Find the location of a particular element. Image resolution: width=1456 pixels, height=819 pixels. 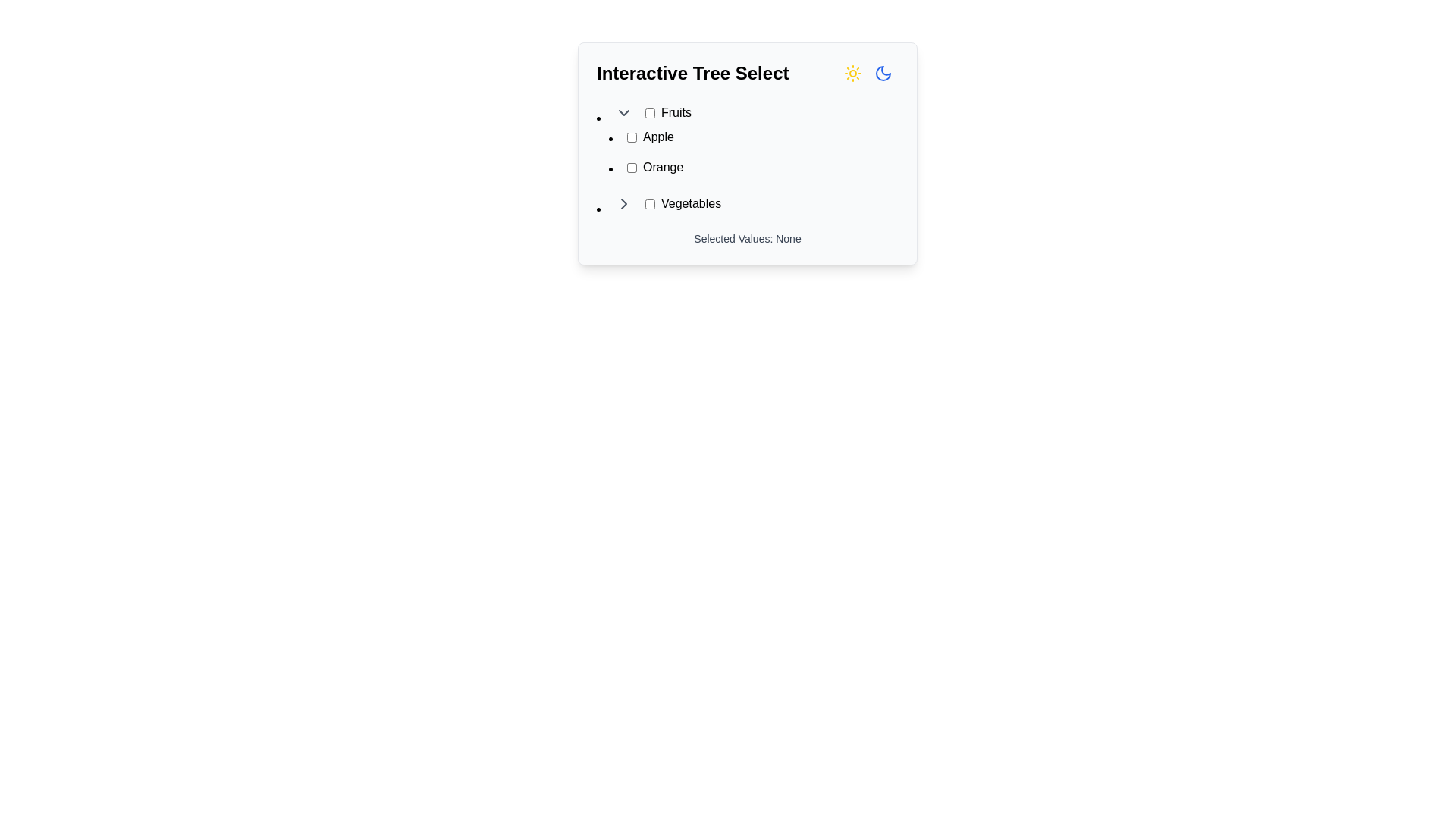

the interactive checkbox for the 'Vegetables' option is located at coordinates (650, 203).